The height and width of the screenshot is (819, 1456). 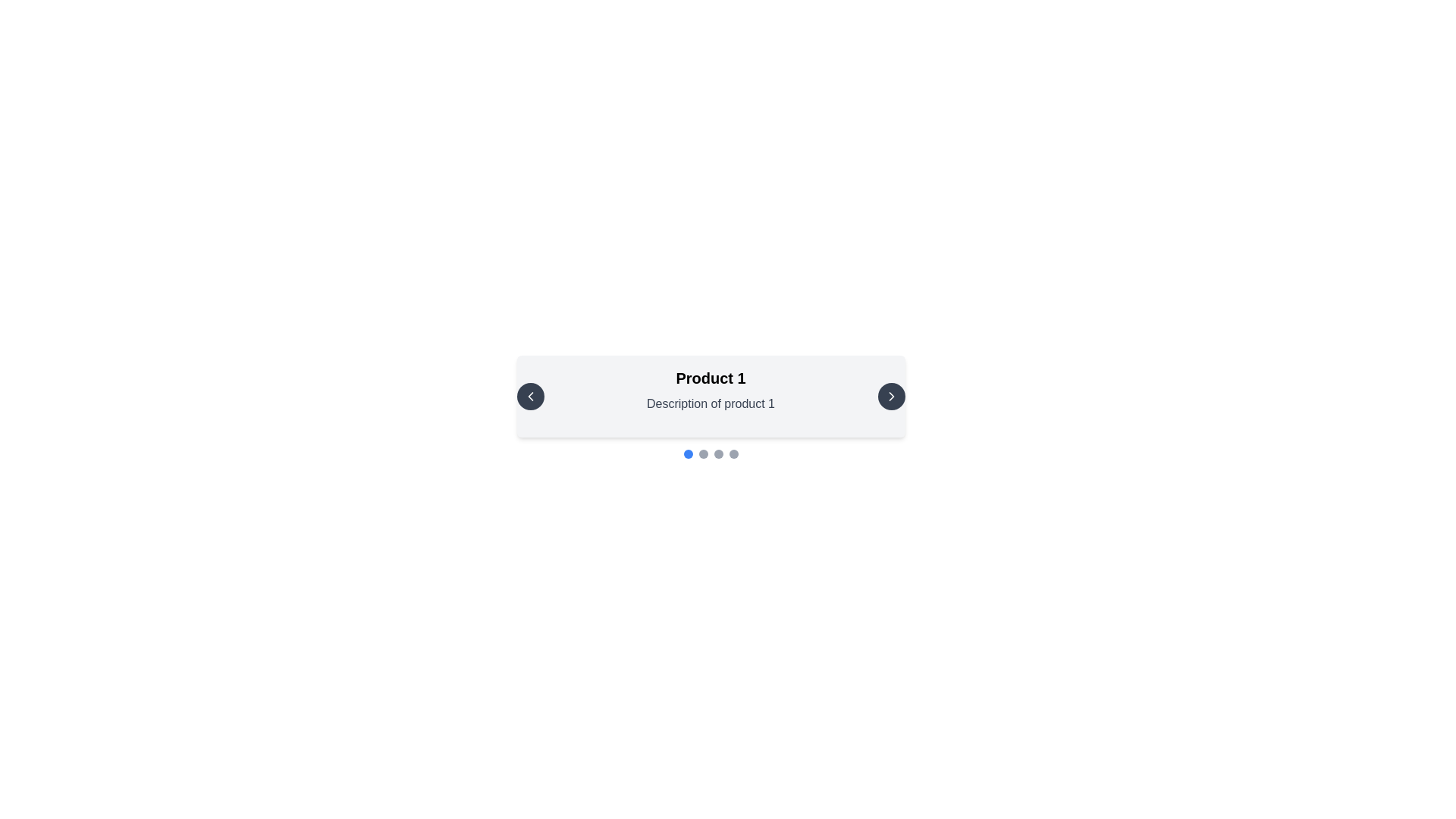 What do you see at coordinates (891, 396) in the screenshot?
I see `the navigation icon located within the circular button on the right side of the central information card` at bounding box center [891, 396].